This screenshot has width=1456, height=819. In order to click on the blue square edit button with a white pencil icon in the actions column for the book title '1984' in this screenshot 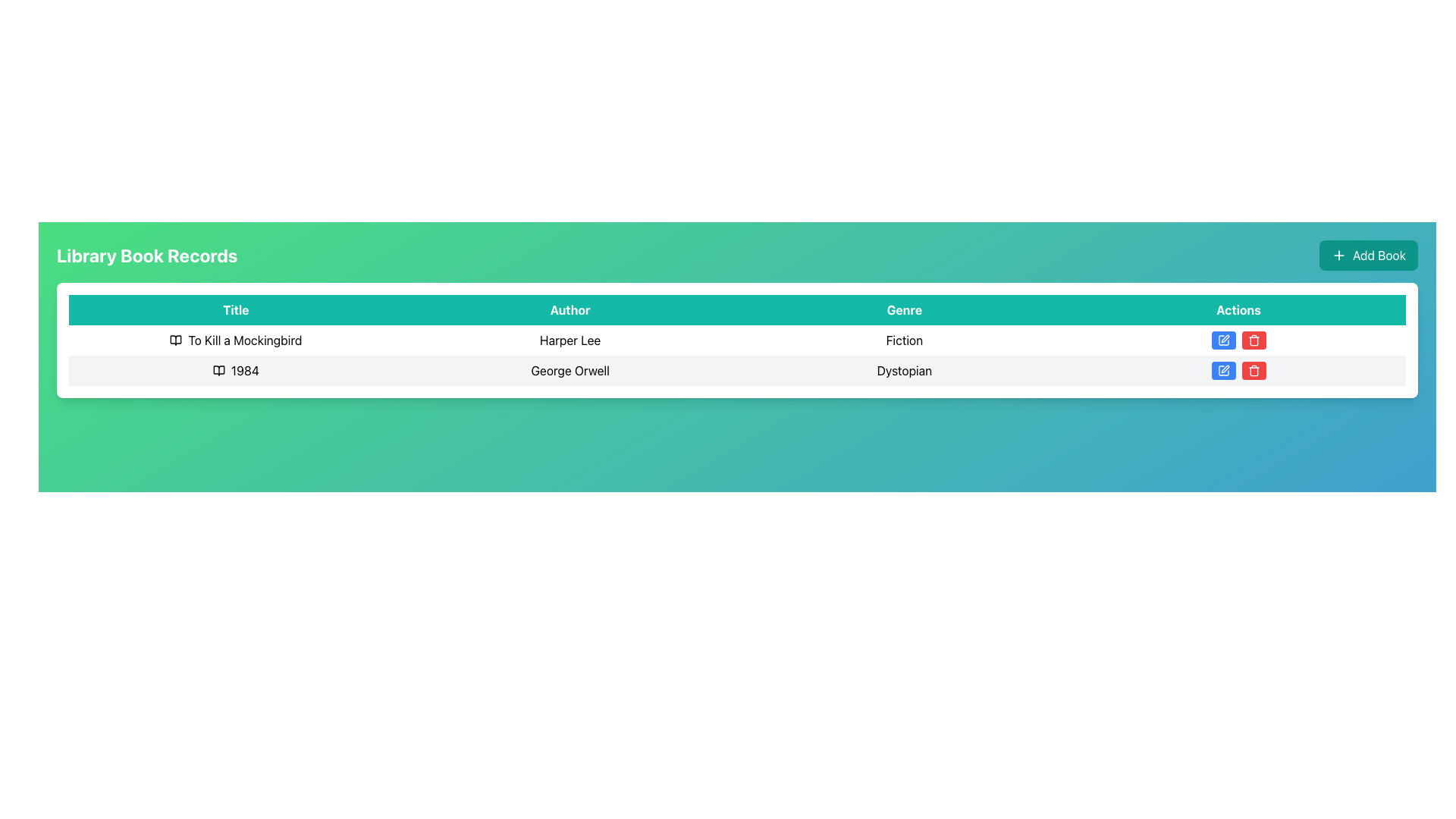, I will do `click(1223, 339)`.